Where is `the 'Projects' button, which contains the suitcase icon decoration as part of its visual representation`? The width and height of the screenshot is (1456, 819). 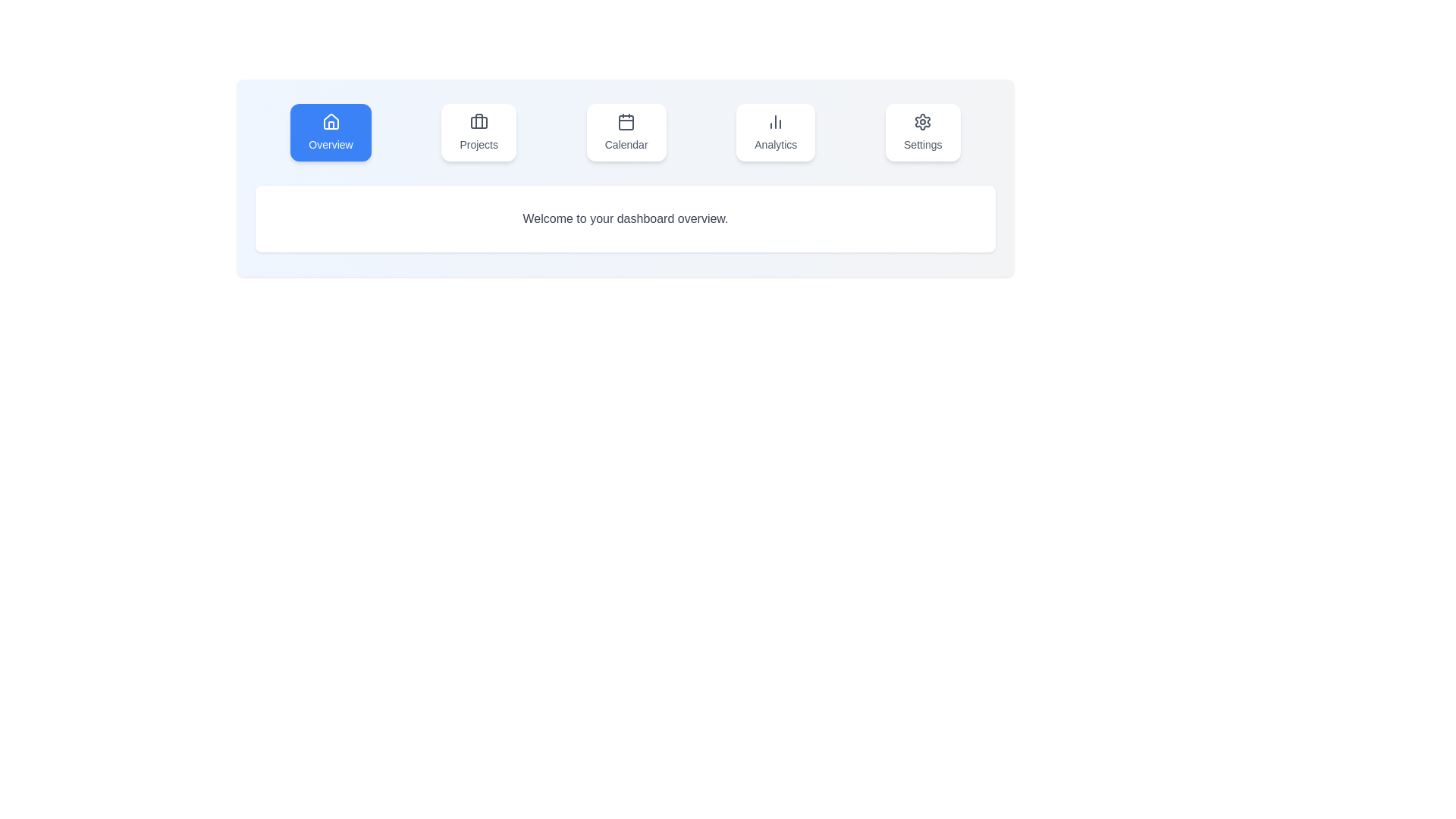
the 'Projects' button, which contains the suitcase icon decoration as part of its visual representation is located at coordinates (478, 120).